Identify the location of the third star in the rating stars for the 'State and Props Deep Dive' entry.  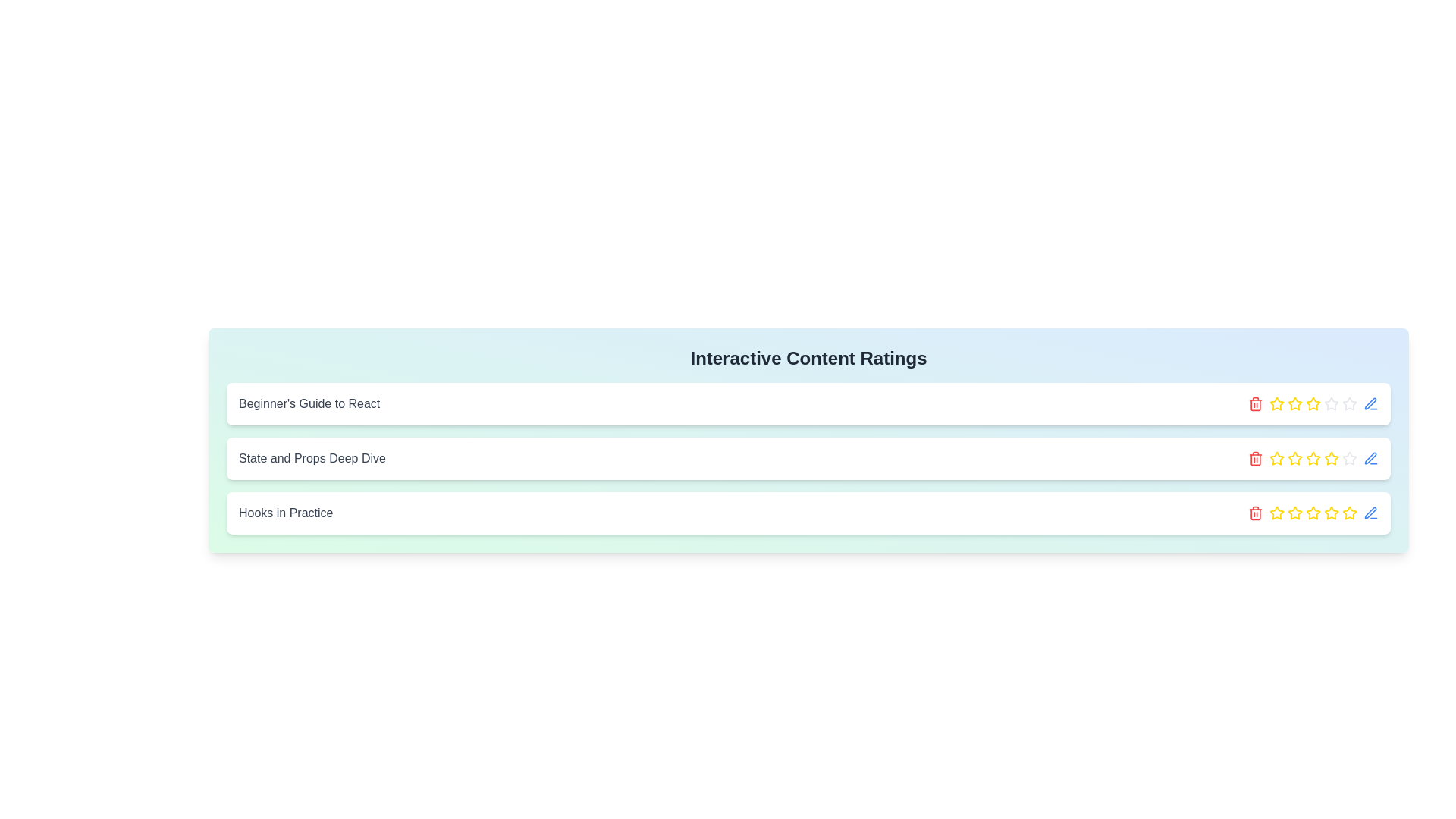
(1294, 458).